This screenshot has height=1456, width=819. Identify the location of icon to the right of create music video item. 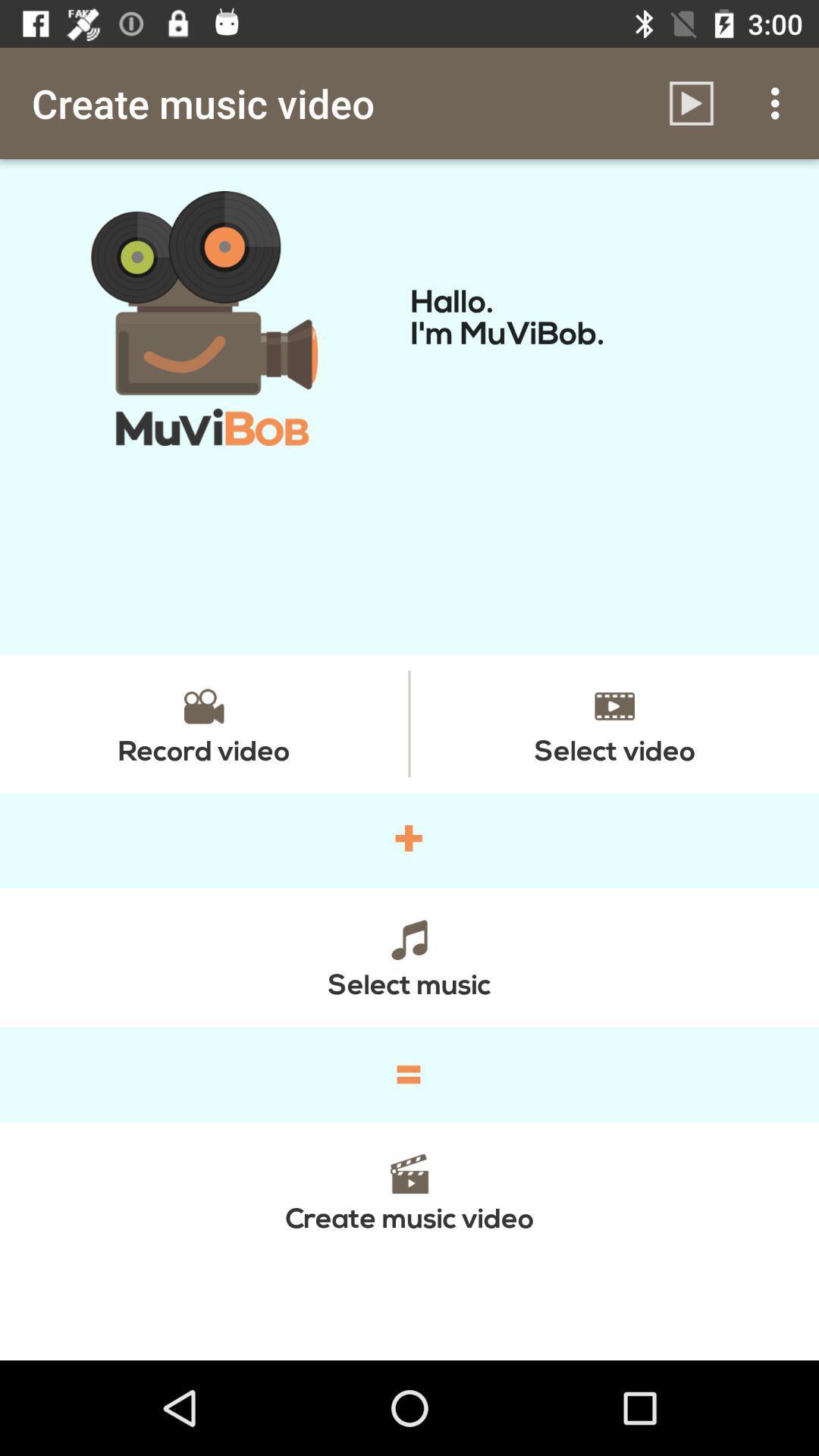
(691, 102).